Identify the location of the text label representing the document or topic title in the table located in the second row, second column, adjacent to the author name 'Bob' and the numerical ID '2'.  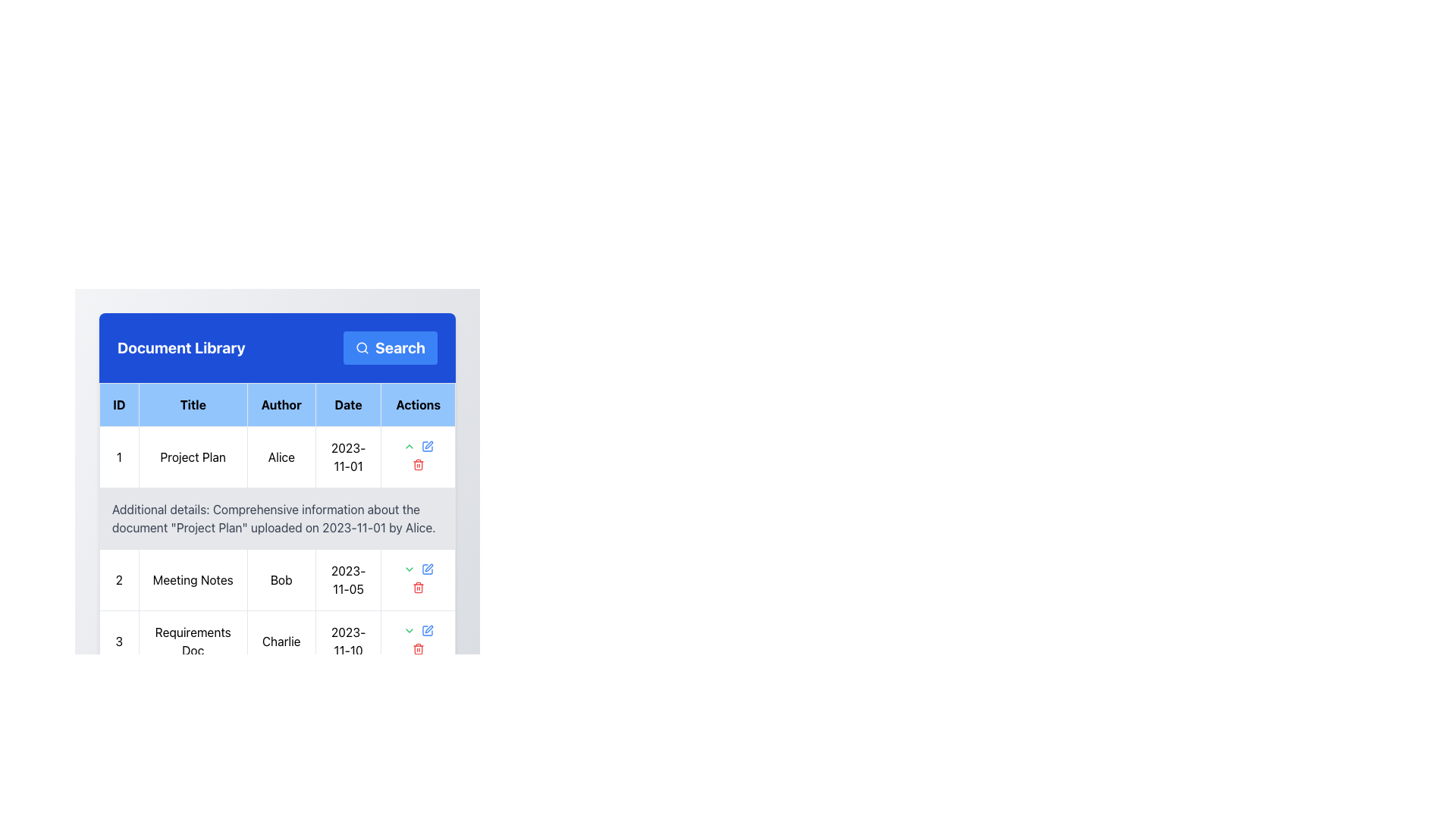
(192, 579).